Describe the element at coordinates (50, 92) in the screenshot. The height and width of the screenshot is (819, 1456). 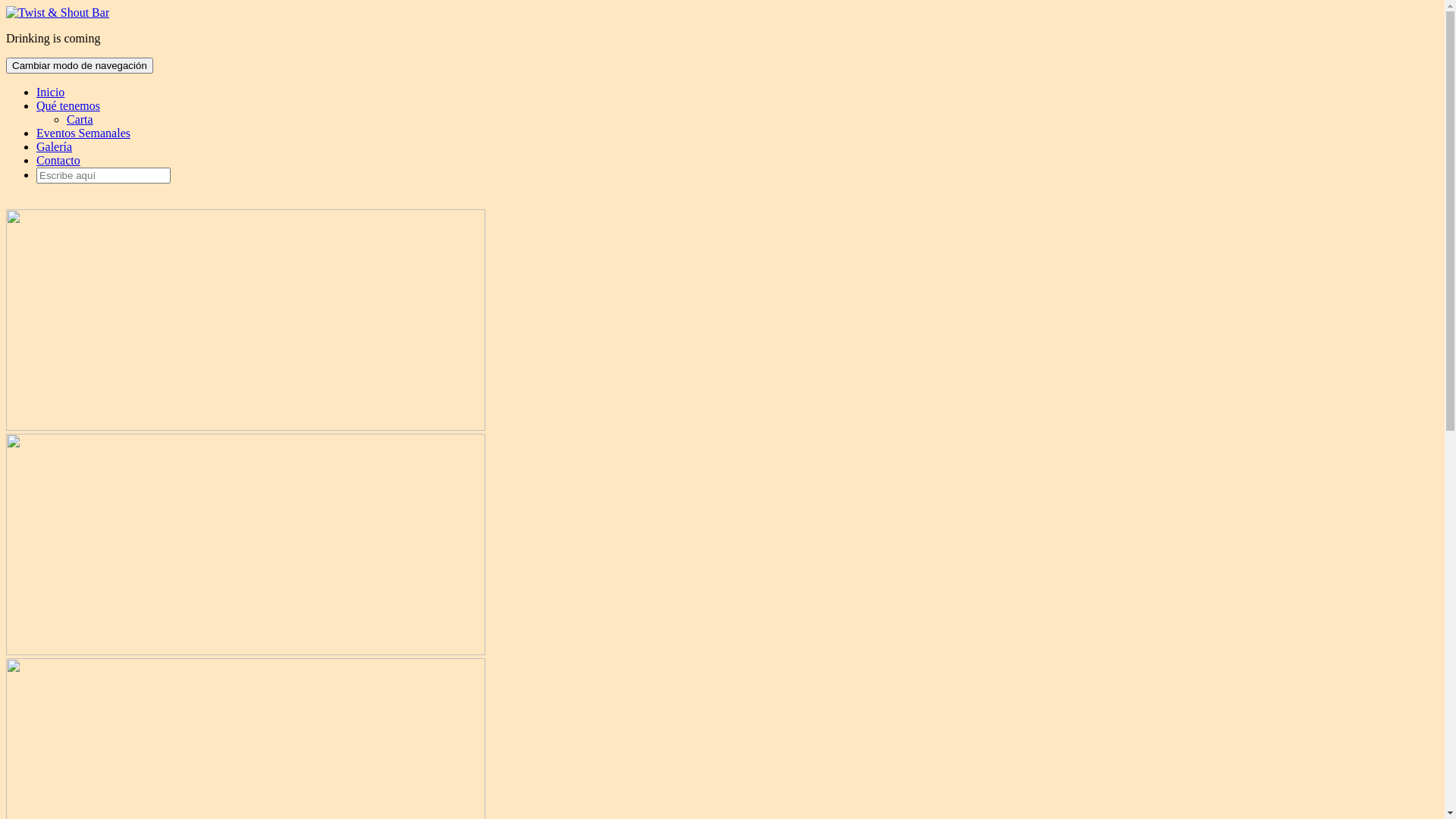
I see `'Inicio'` at that location.